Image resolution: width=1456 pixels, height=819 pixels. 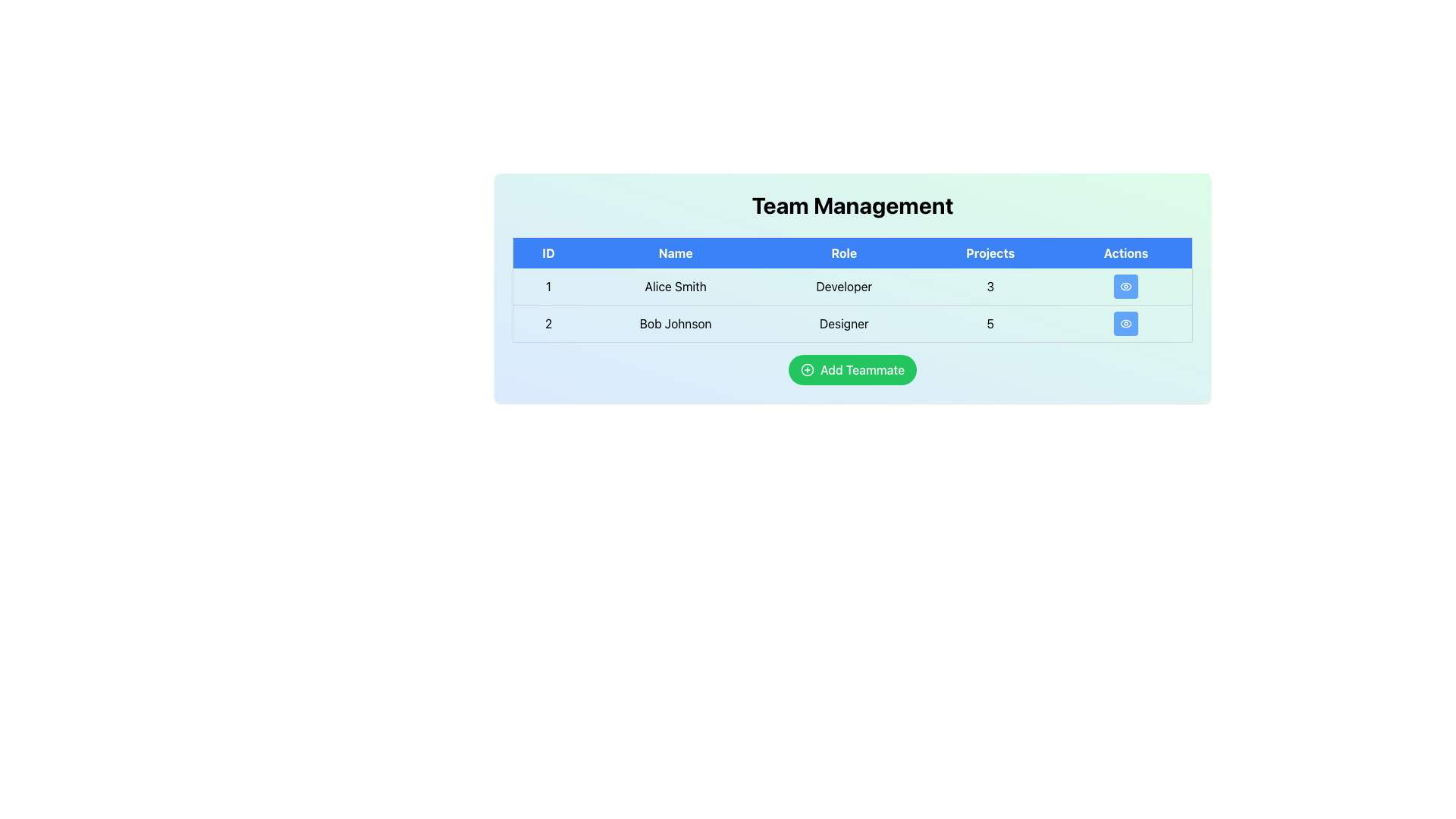 What do you see at coordinates (675, 323) in the screenshot?
I see `the cell displaying the name 'Bob Johnson' located in the second row of the table under the 'Name' column` at bounding box center [675, 323].